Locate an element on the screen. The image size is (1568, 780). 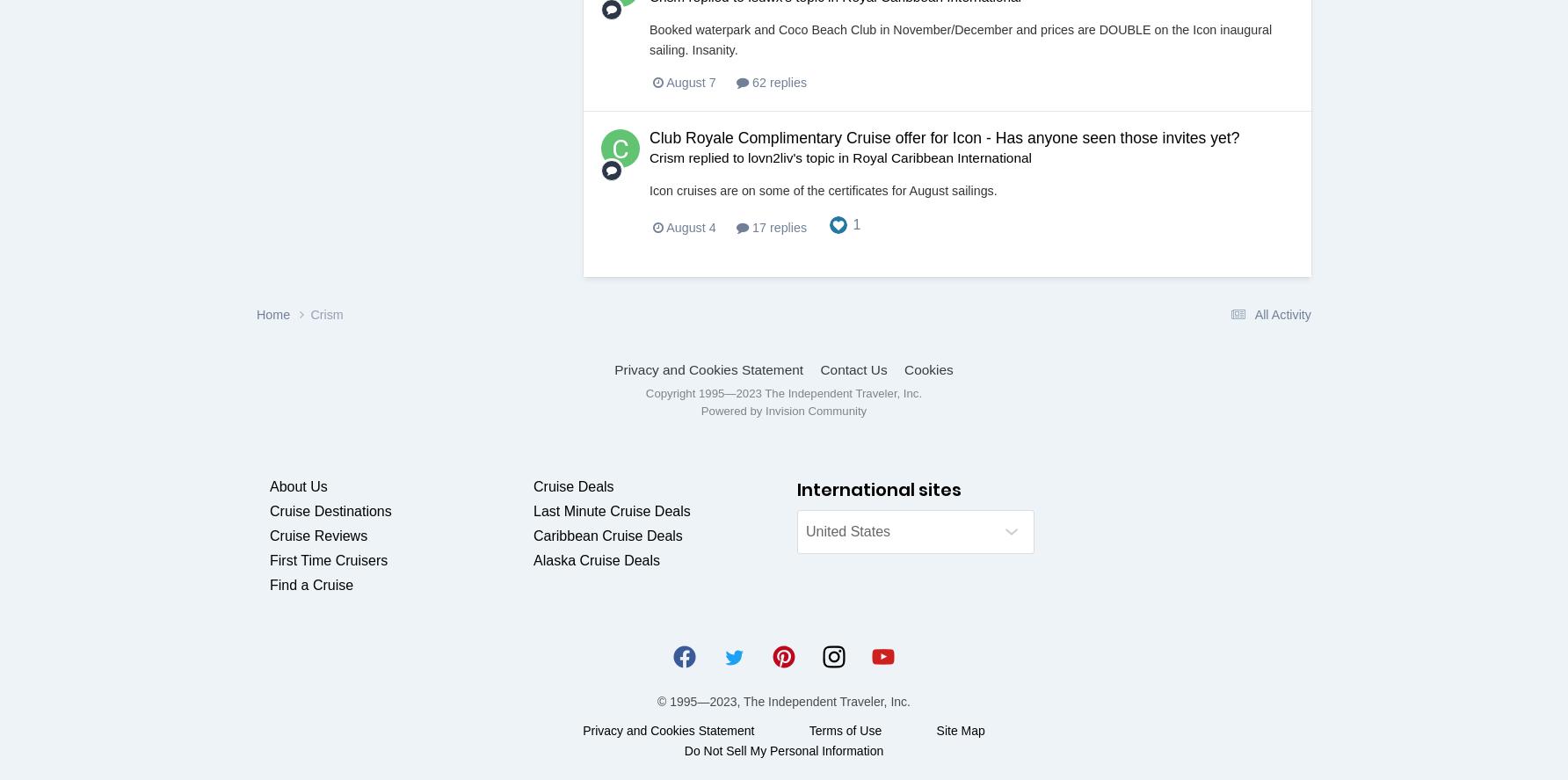
'Terms of Use' is located at coordinates (845, 729).